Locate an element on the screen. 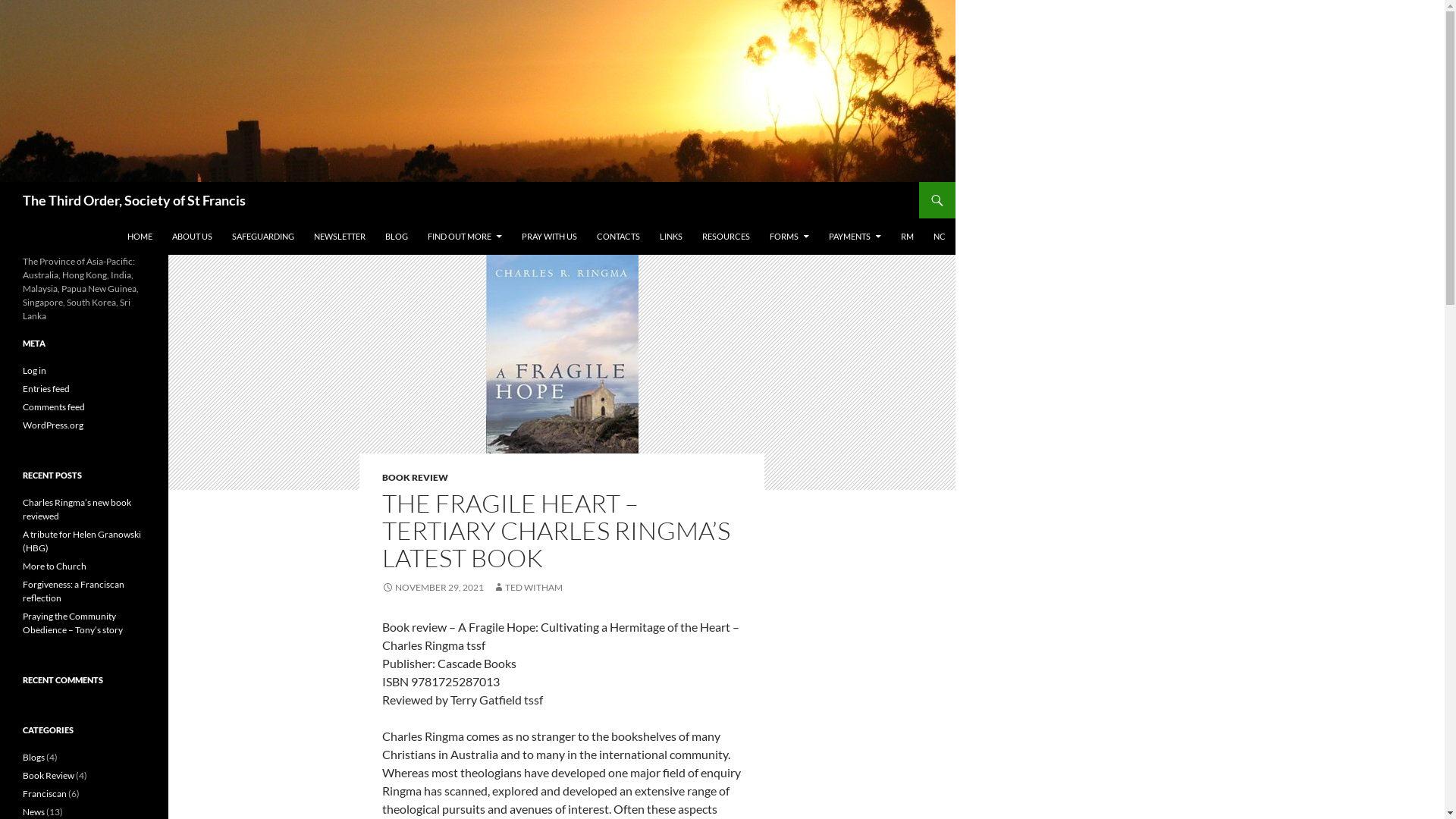 This screenshot has width=1456, height=819. 'NOVEMBER 29, 2021' is located at coordinates (432, 586).